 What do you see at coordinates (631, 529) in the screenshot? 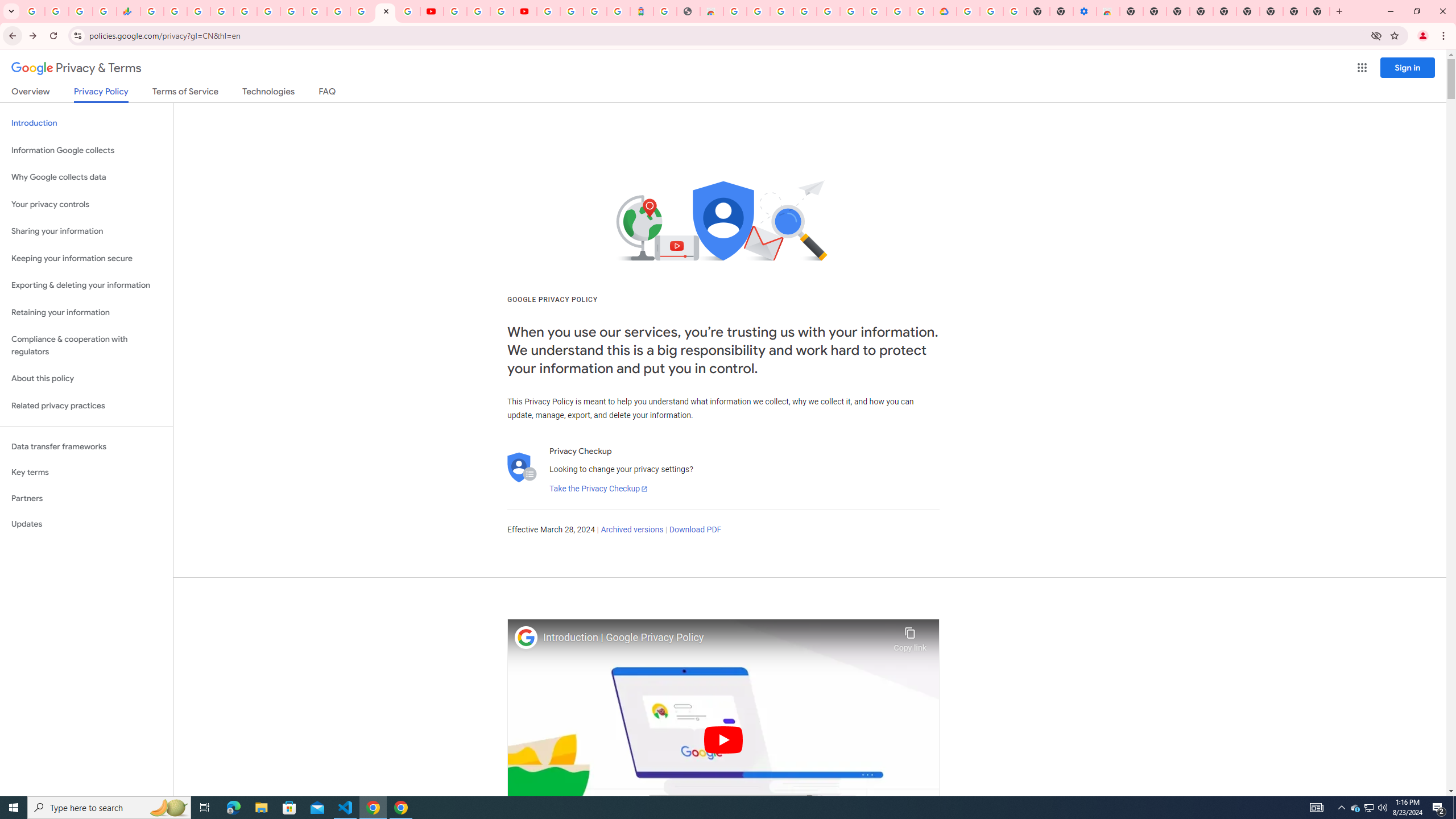
I see `'Archived versions'` at bounding box center [631, 529].